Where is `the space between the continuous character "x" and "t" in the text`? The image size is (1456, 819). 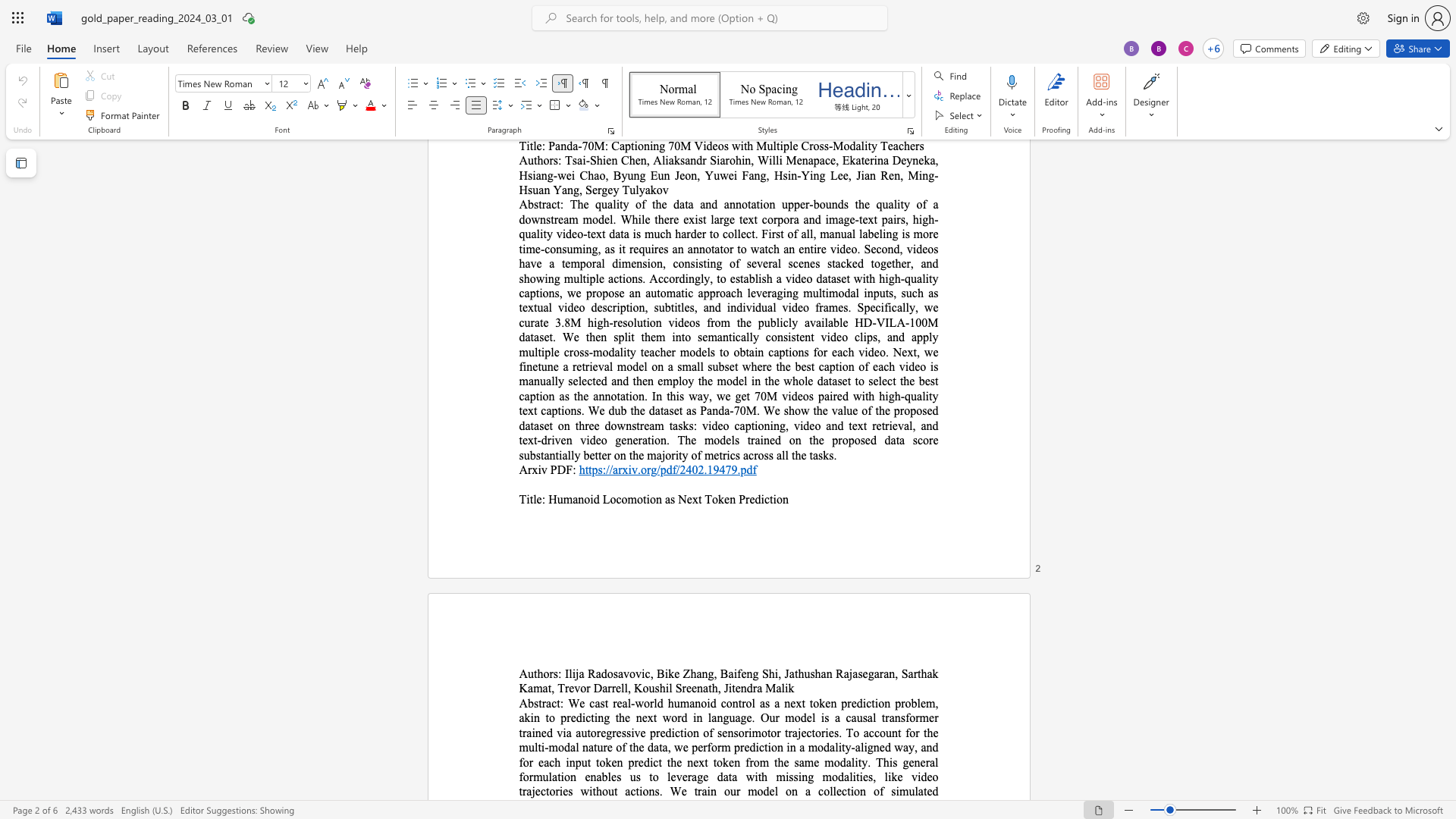 the space between the continuous character "x" and "t" in the text is located at coordinates (697, 499).